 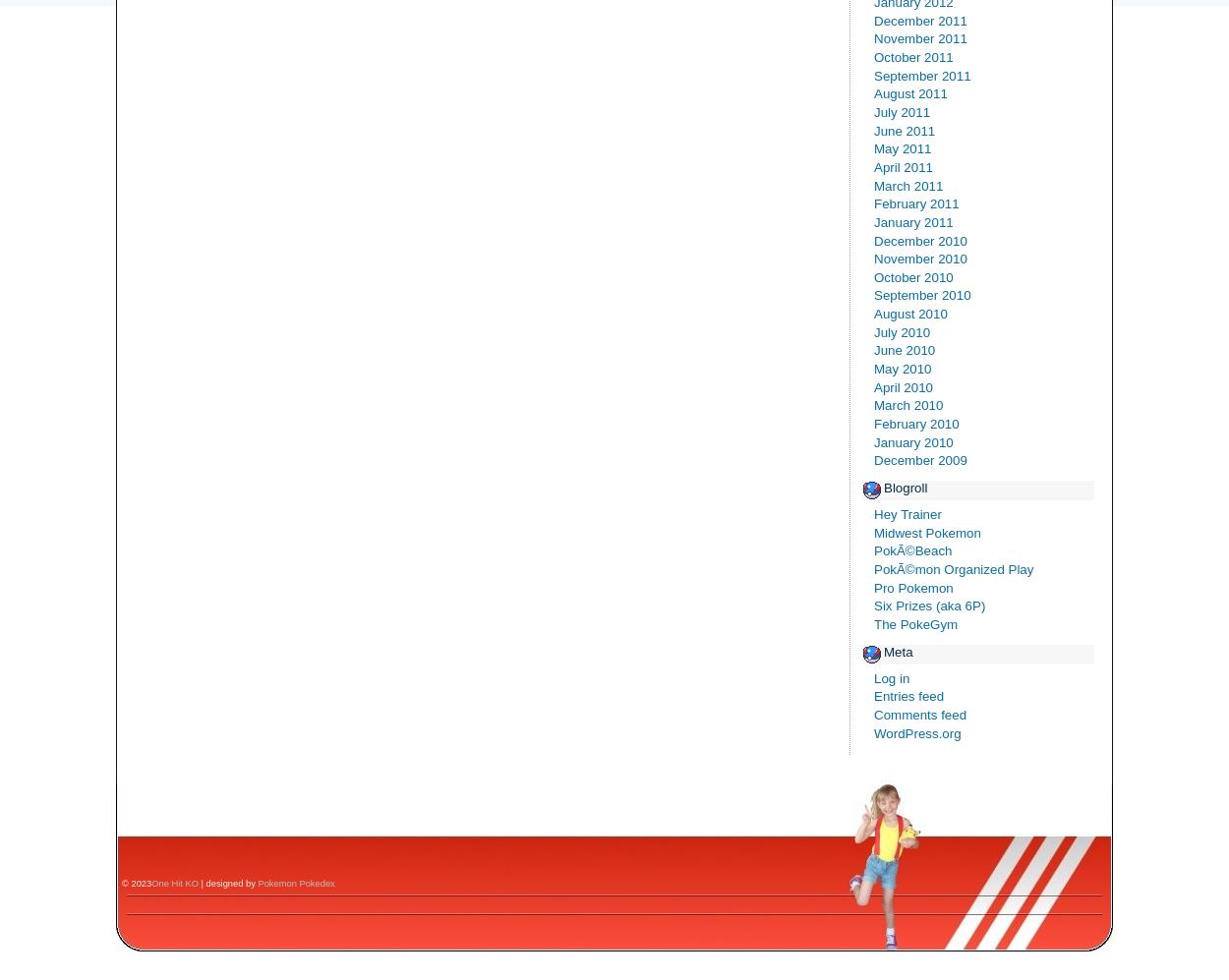 What do you see at coordinates (913, 276) in the screenshot?
I see `'October 2010'` at bounding box center [913, 276].